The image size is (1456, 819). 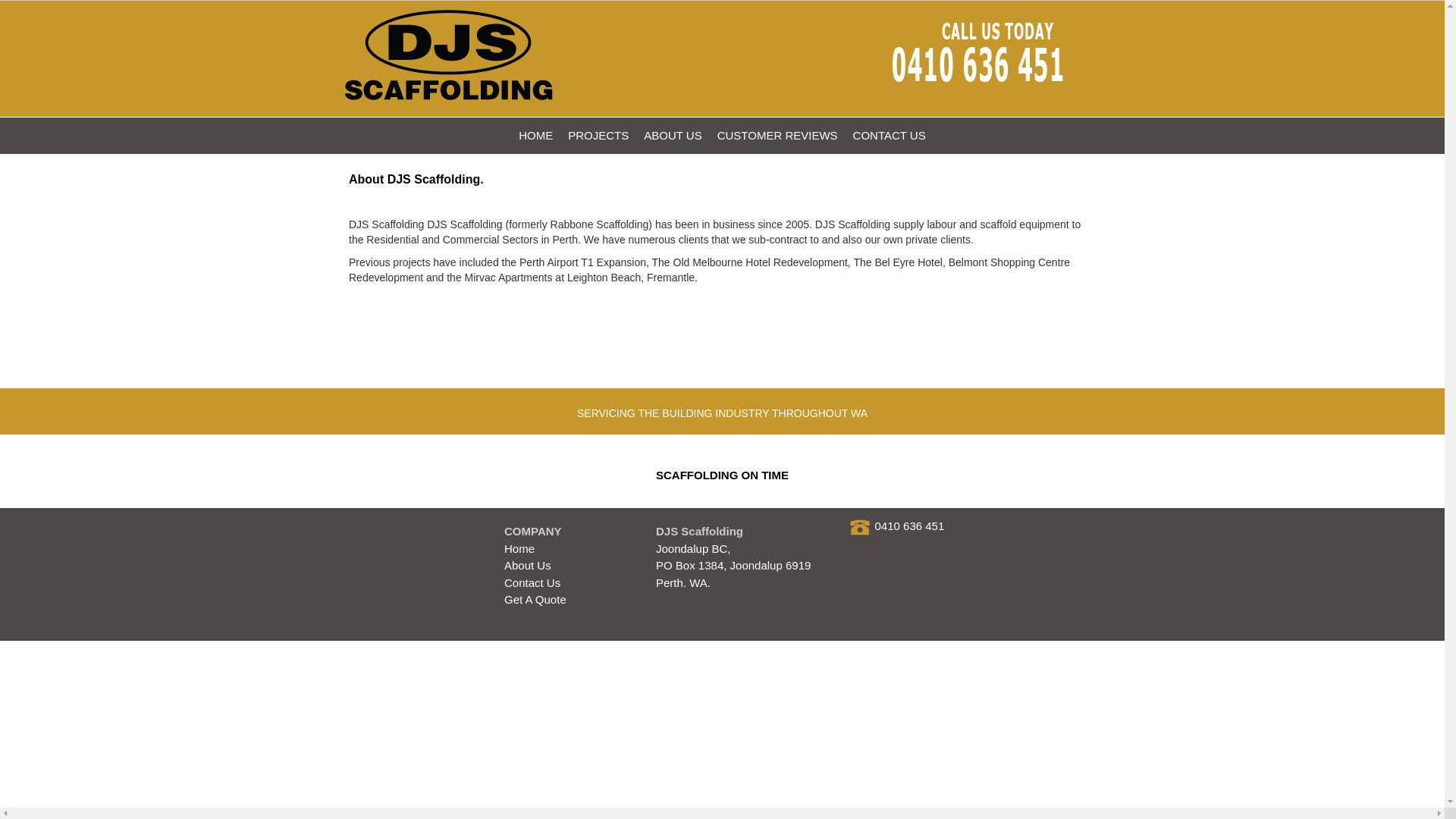 I want to click on '0410 636 451', so click(x=910, y=525).